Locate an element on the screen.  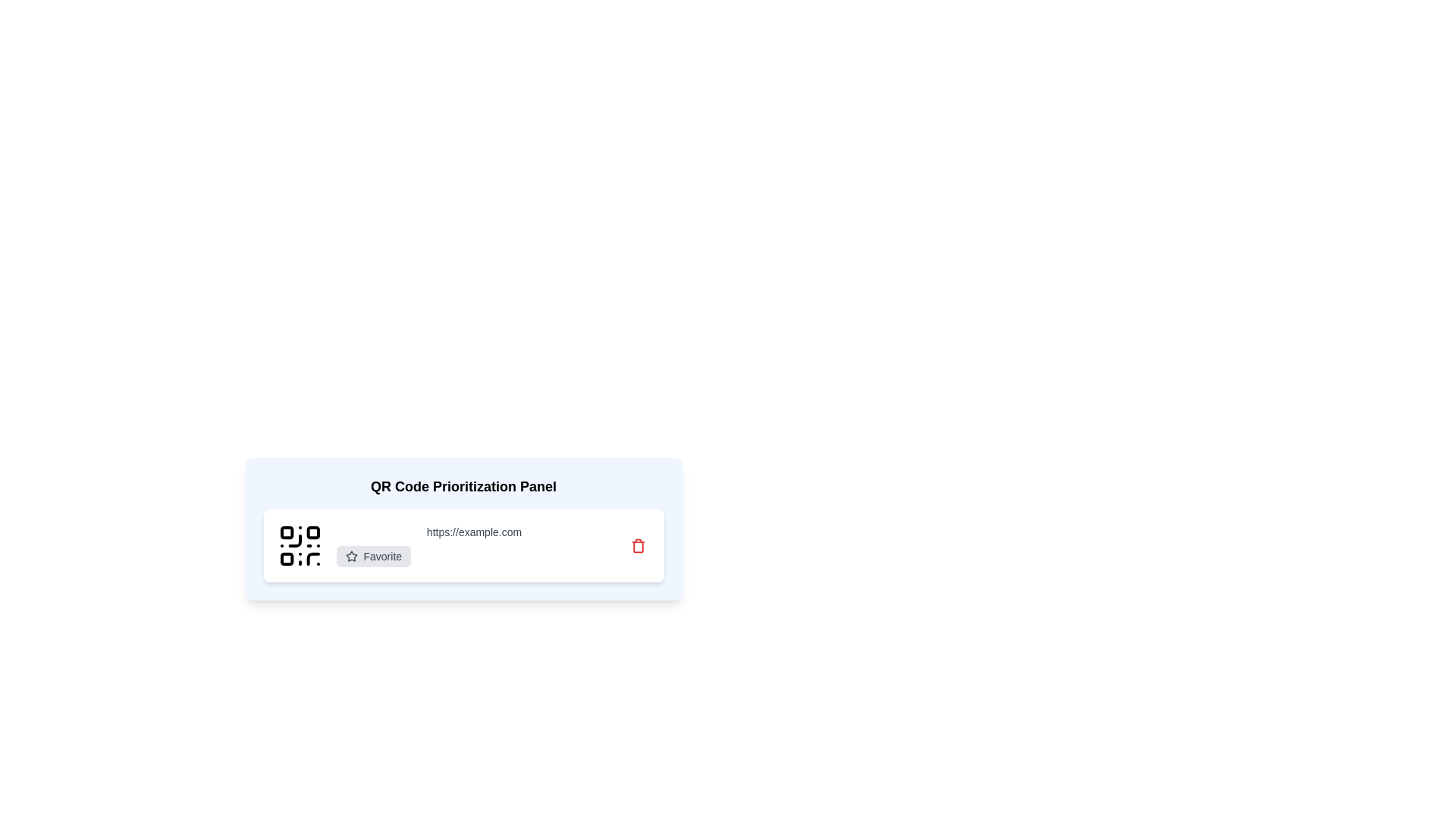
the text link displaying 'https://example.com' is located at coordinates (473, 532).